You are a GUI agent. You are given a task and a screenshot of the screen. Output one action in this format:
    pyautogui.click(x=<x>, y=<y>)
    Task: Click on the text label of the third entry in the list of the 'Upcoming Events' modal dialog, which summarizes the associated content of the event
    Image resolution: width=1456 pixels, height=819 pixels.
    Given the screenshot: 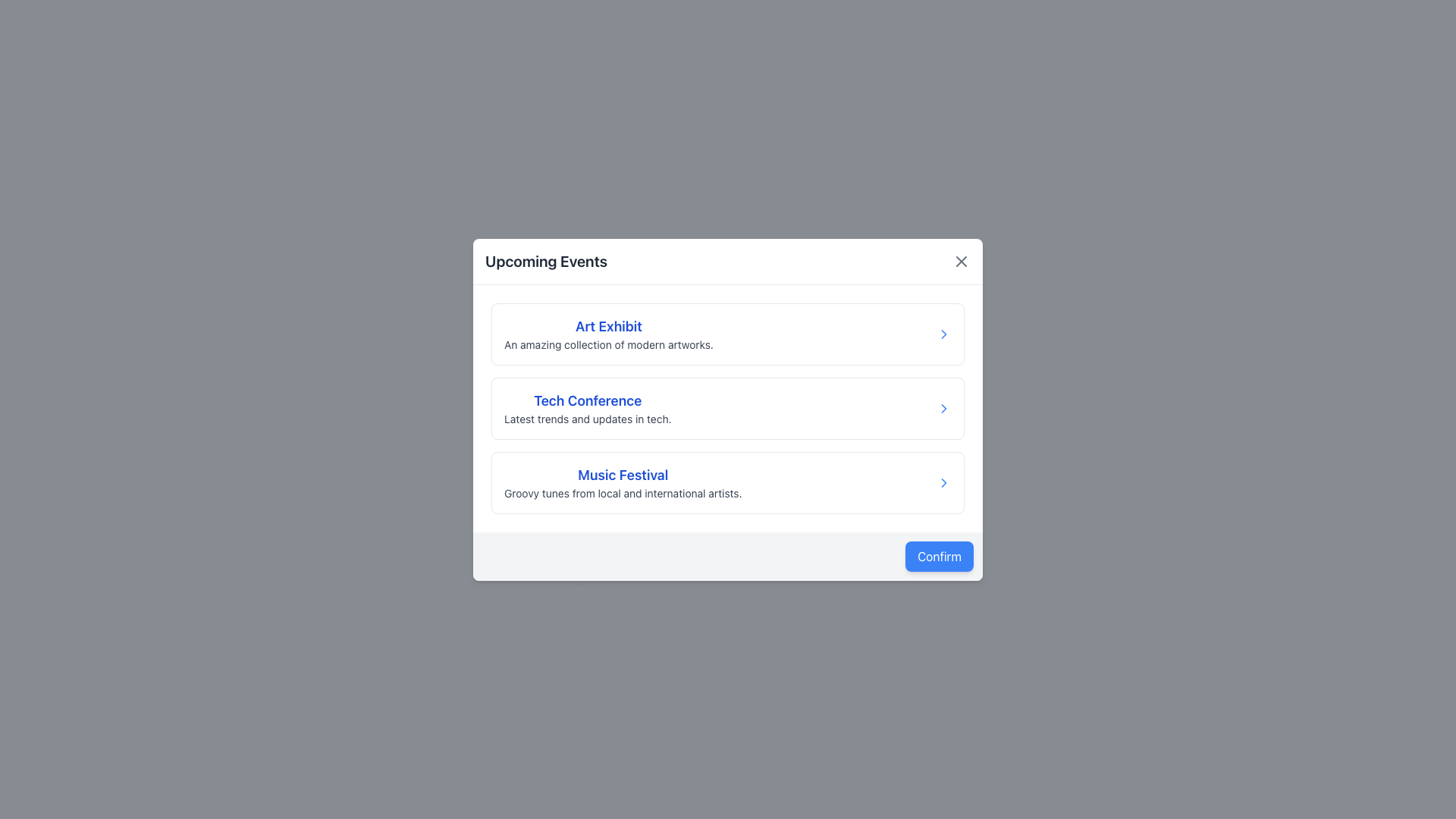 What is the action you would take?
    pyautogui.click(x=623, y=474)
    